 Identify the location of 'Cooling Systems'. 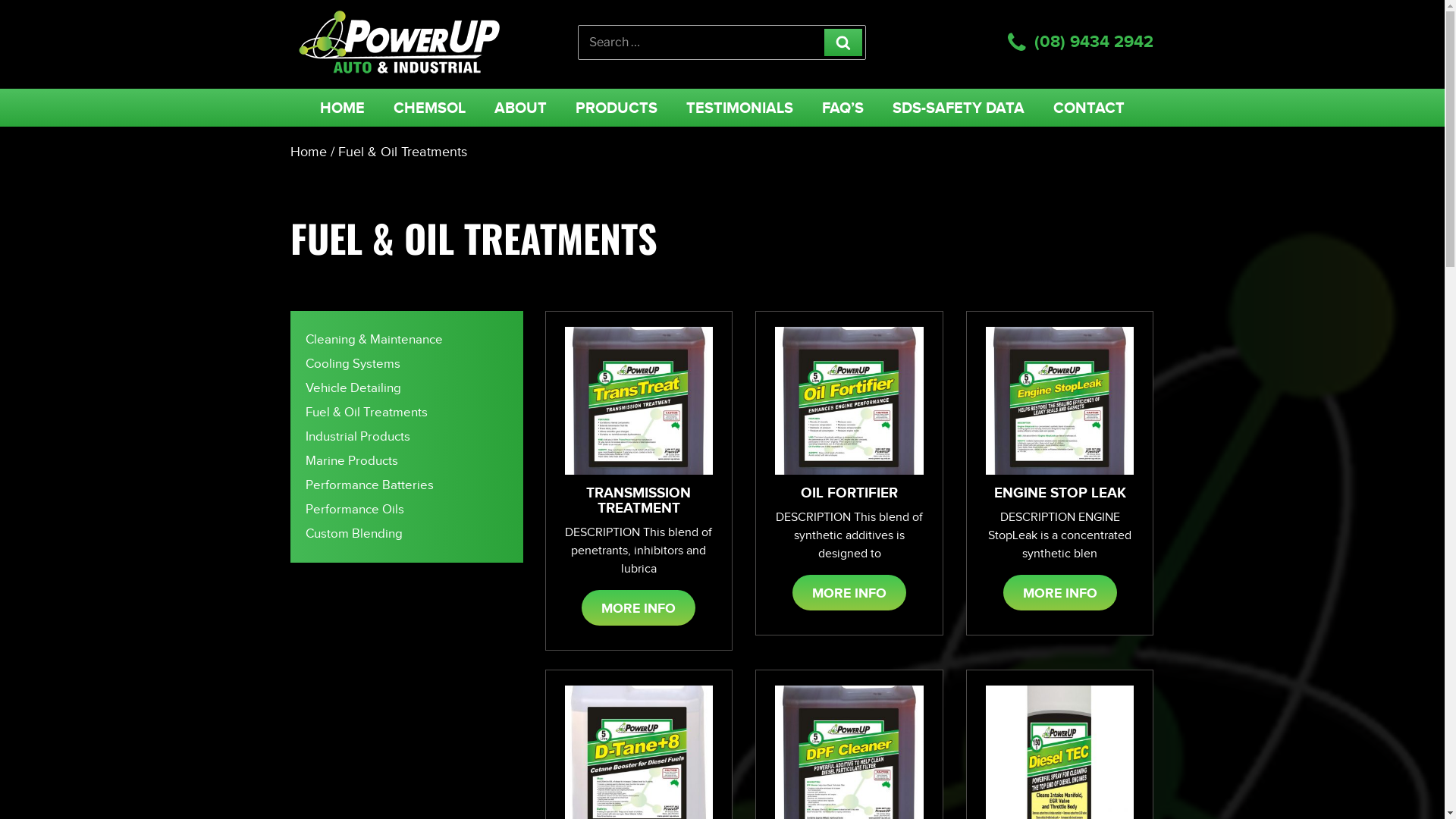
(351, 363).